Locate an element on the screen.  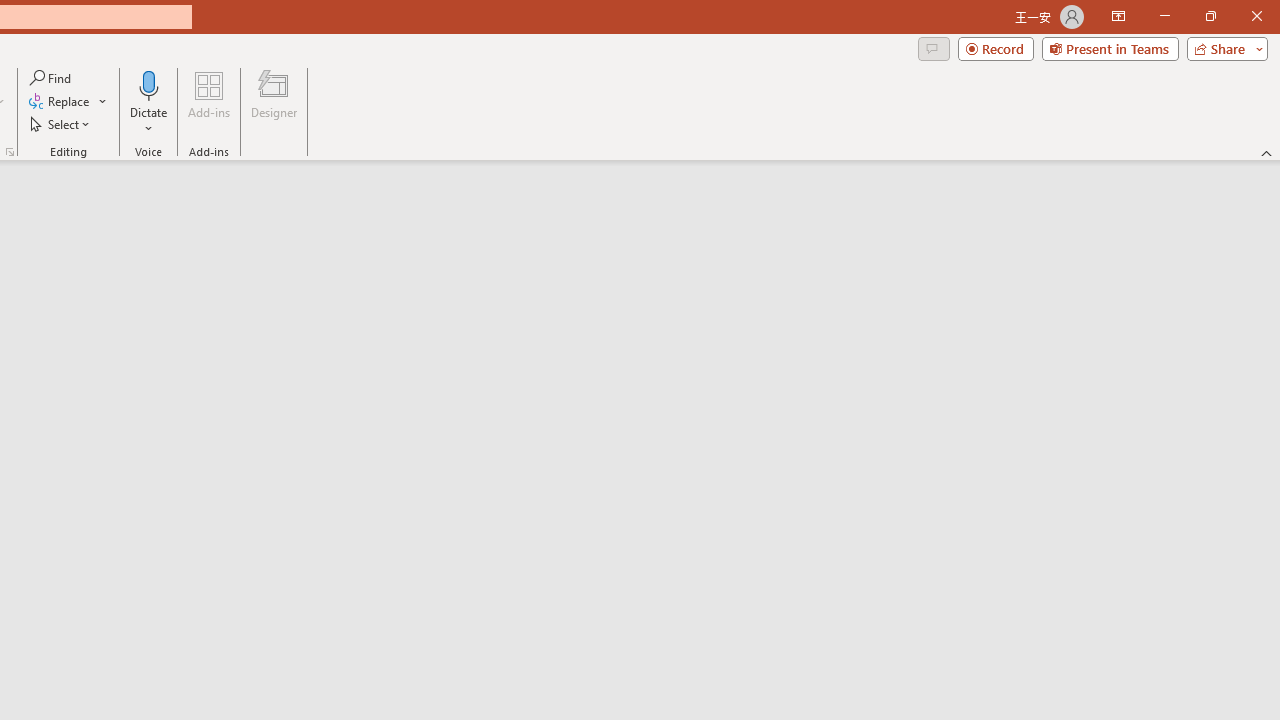
'Dictate' is located at coordinates (148, 103).